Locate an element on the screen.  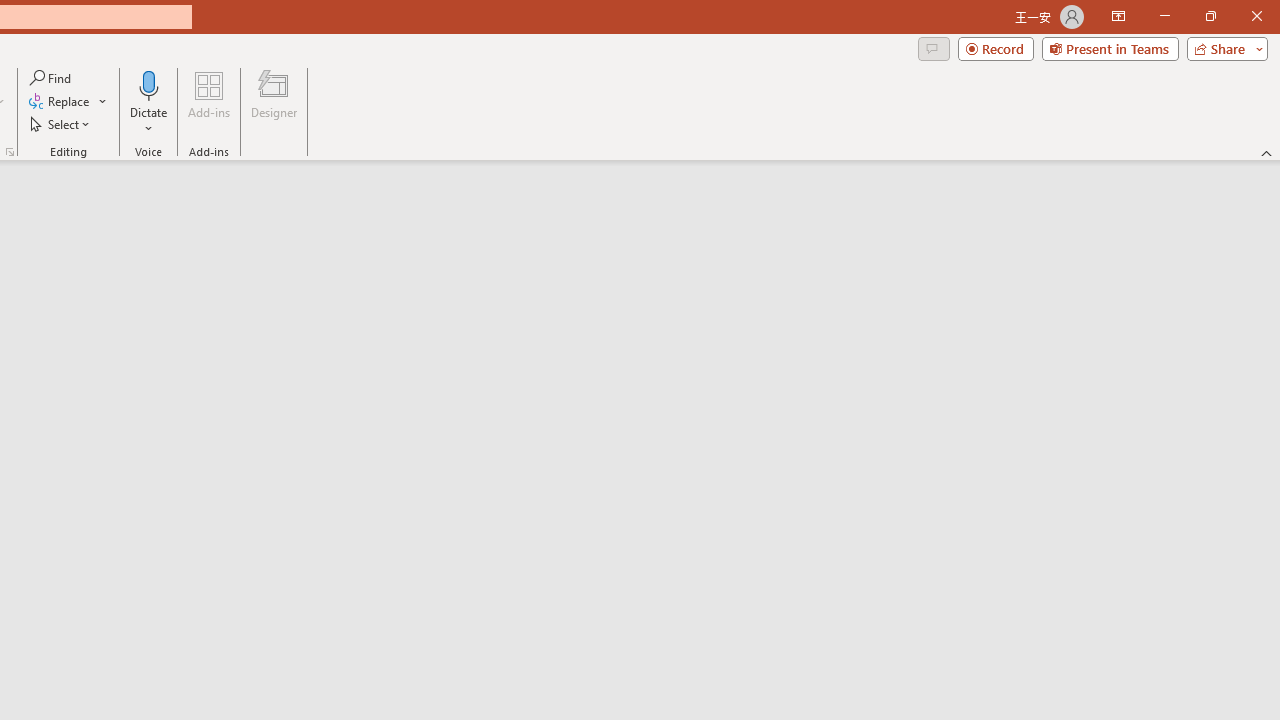
'Dictate' is located at coordinates (148, 103).